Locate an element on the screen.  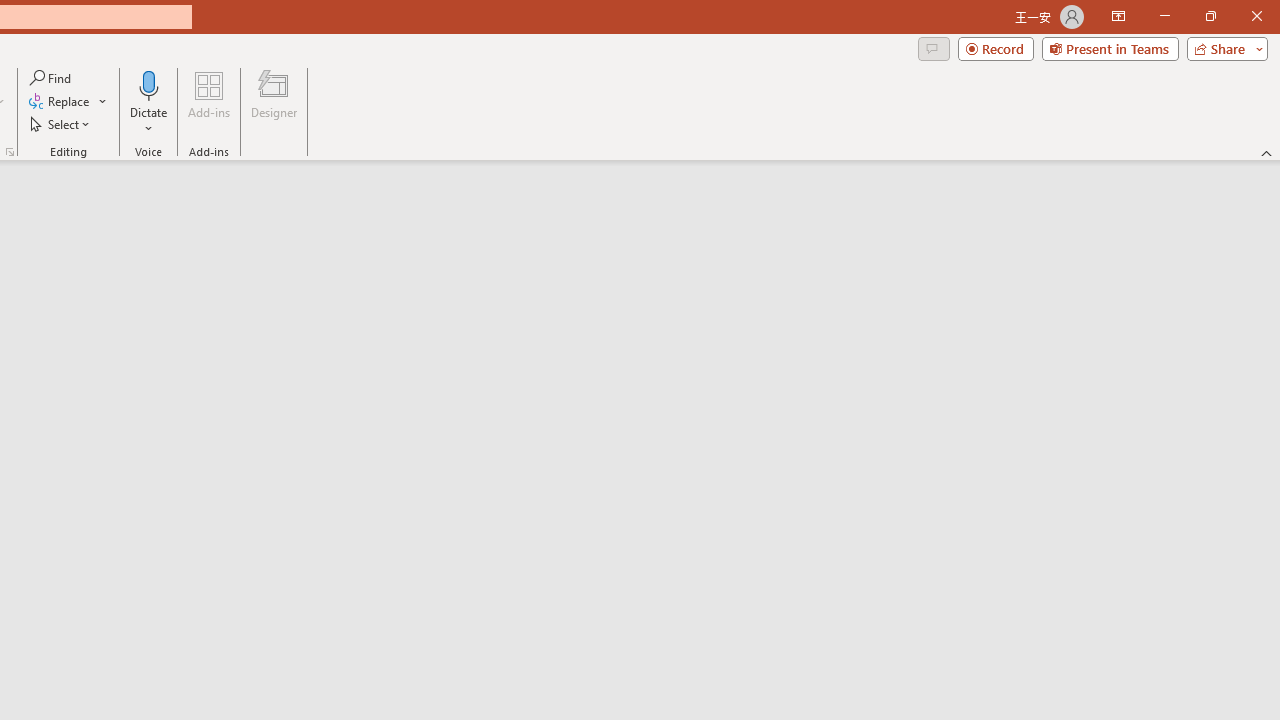
'Dictate' is located at coordinates (148, 103).